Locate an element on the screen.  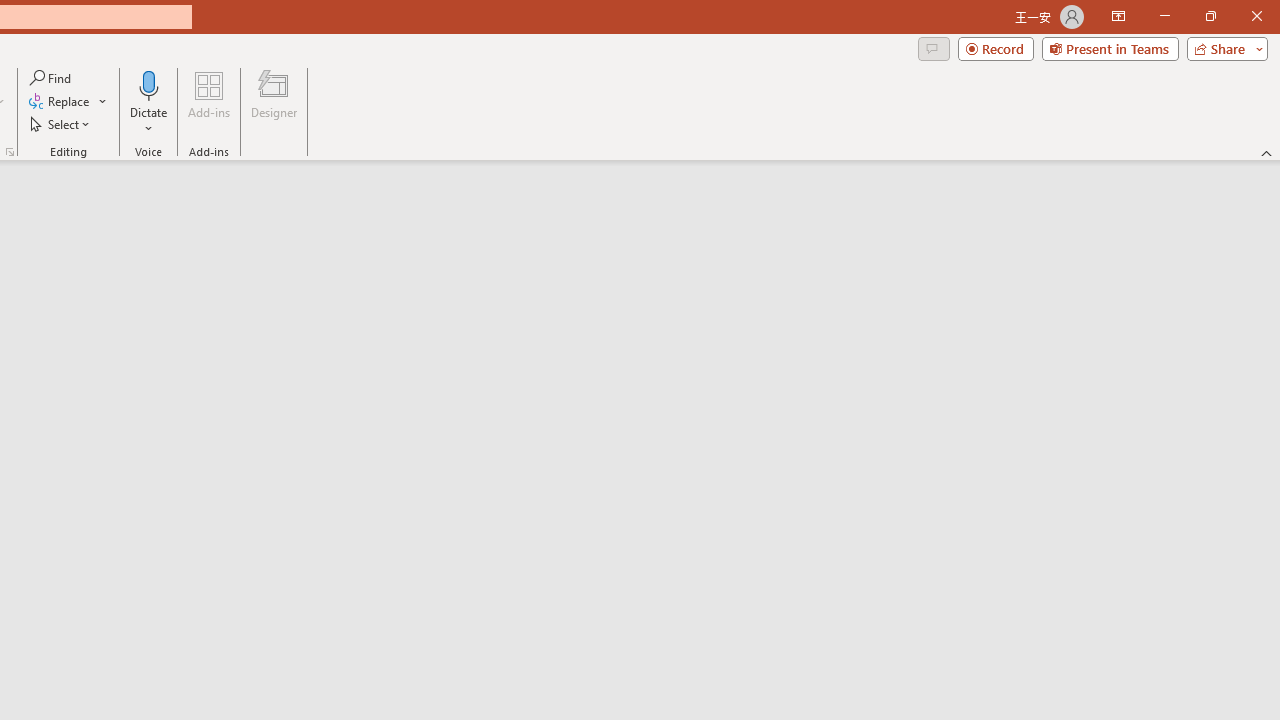
'Dictate' is located at coordinates (148, 103).